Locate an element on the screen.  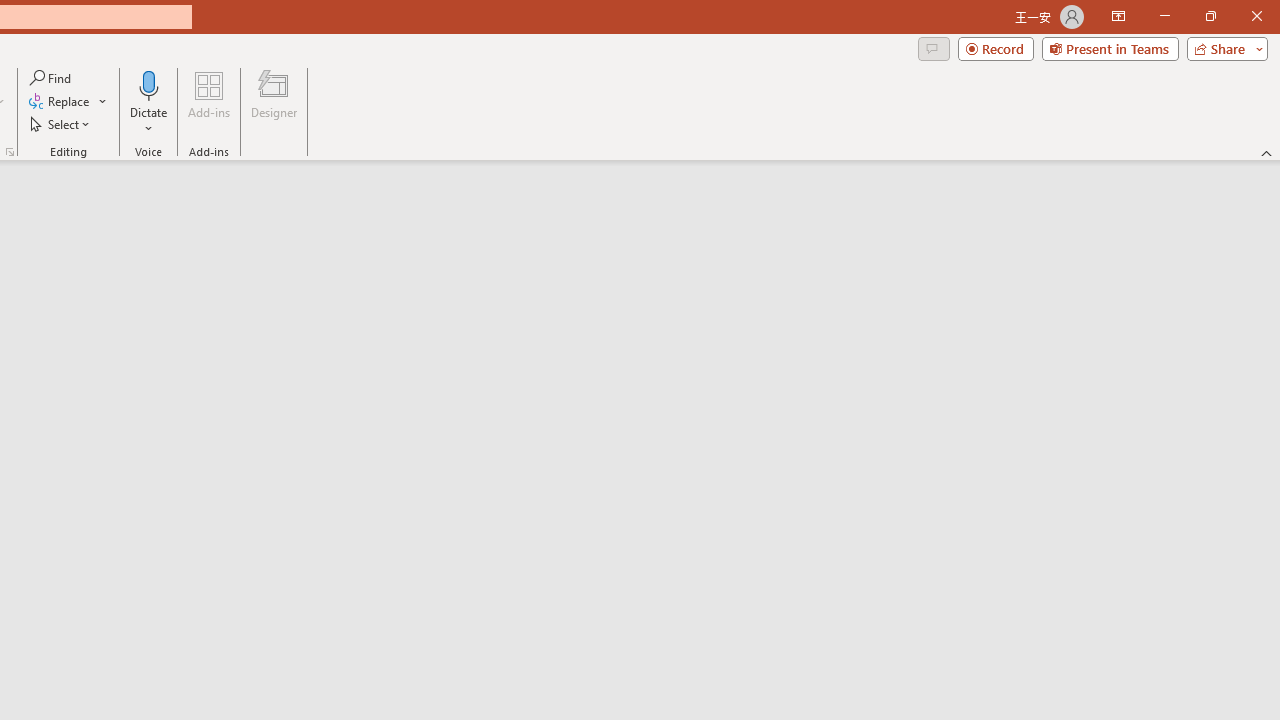
'Dictate' is located at coordinates (148, 103).